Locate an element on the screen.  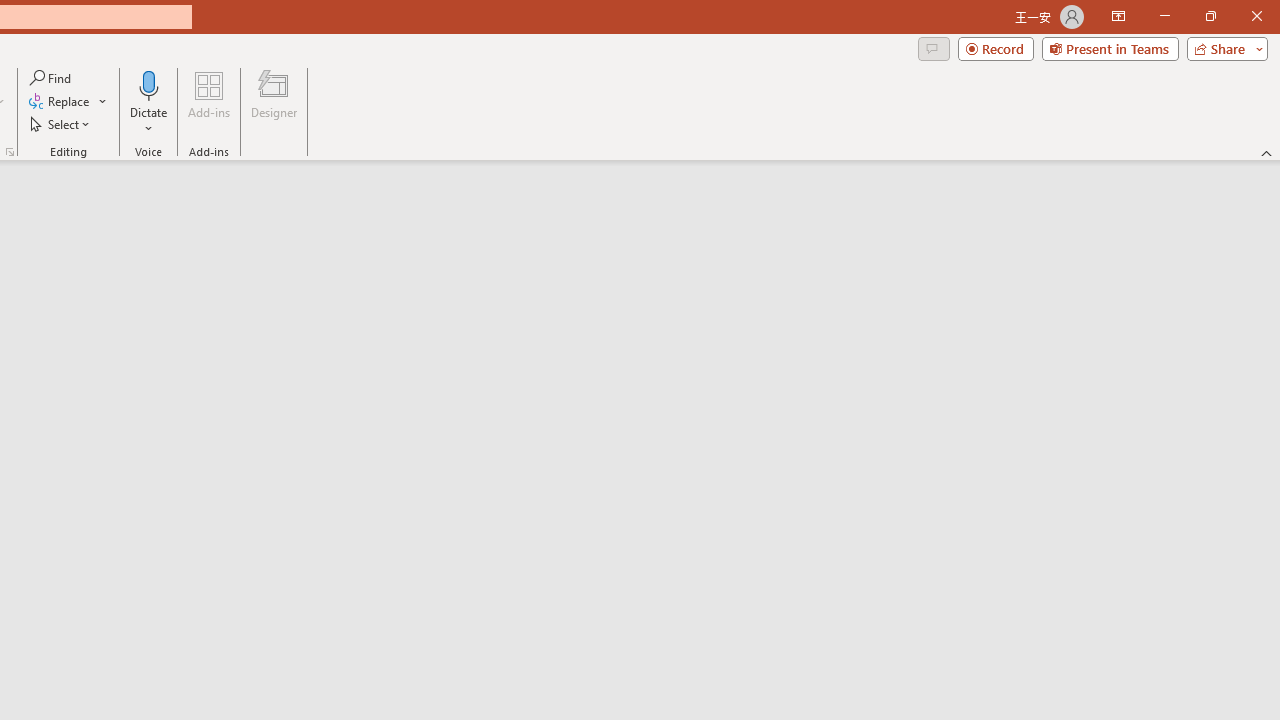
'Dictate' is located at coordinates (148, 103).